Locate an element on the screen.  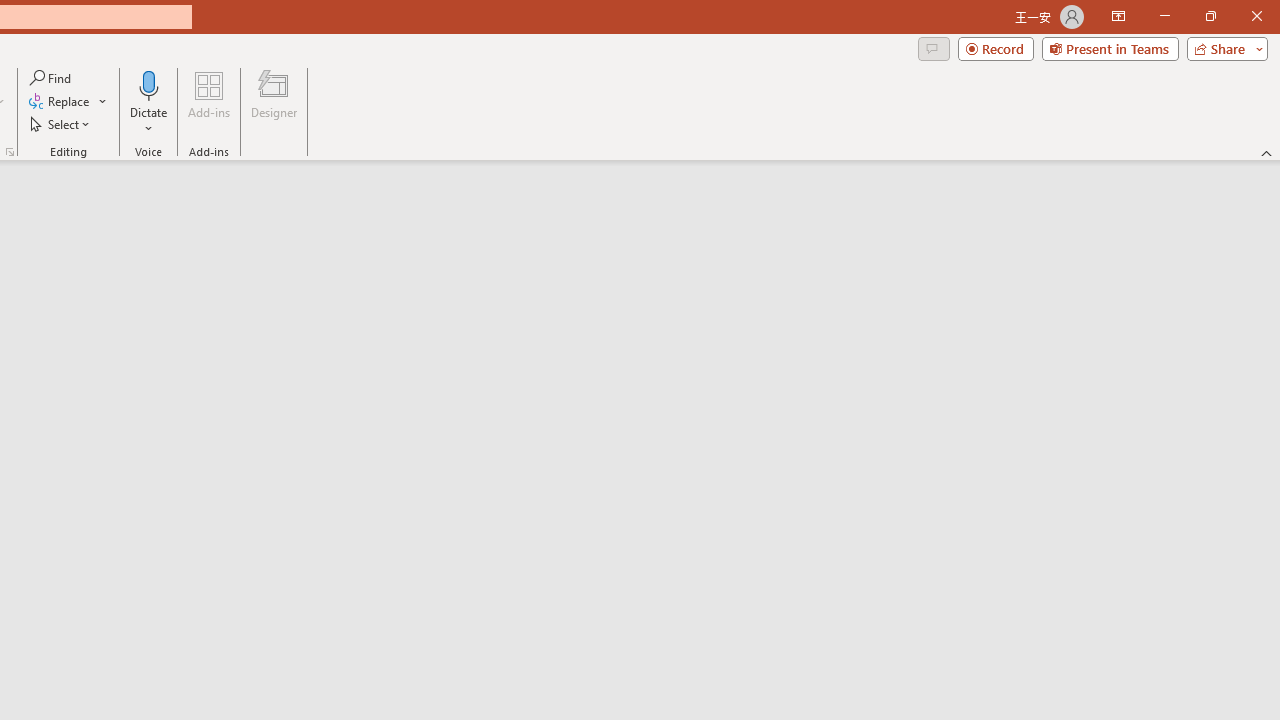
'Dictate' is located at coordinates (148, 103).